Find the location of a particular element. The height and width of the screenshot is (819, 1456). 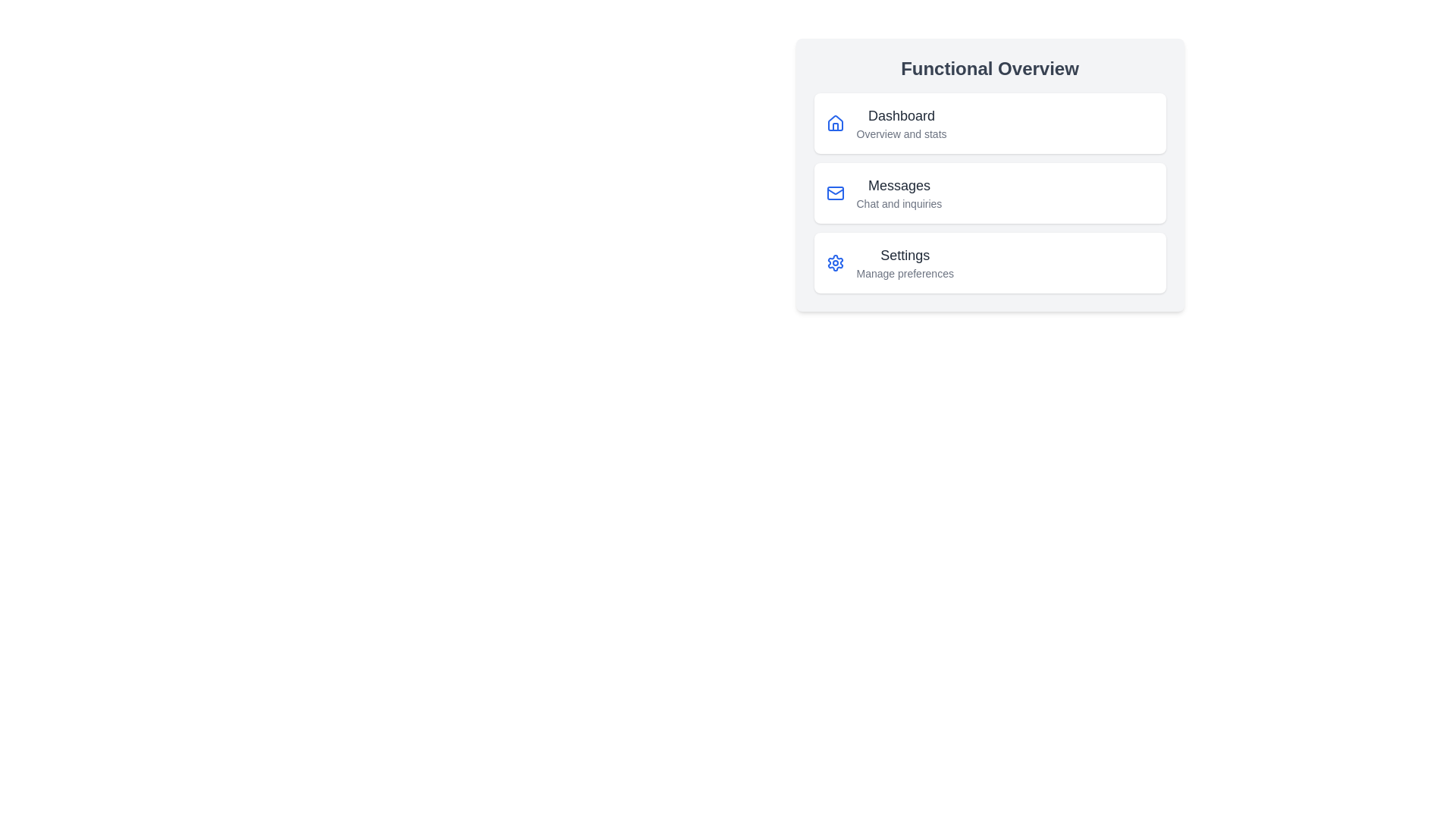

the doorway icon of the house graphic located at the top left corner of the 'Dashboard' menu item is located at coordinates (834, 126).